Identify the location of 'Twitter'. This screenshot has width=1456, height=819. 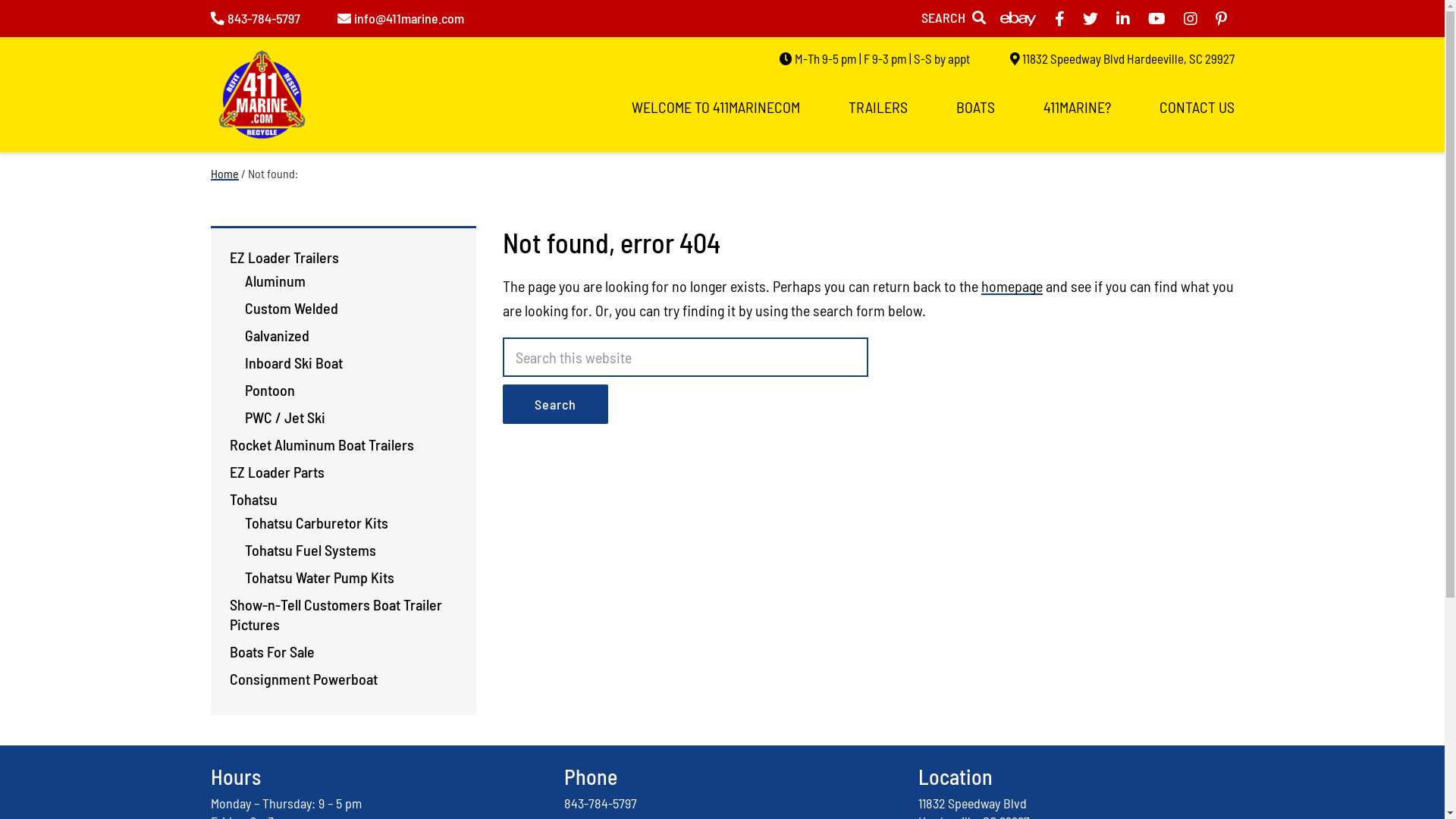
(1090, 18).